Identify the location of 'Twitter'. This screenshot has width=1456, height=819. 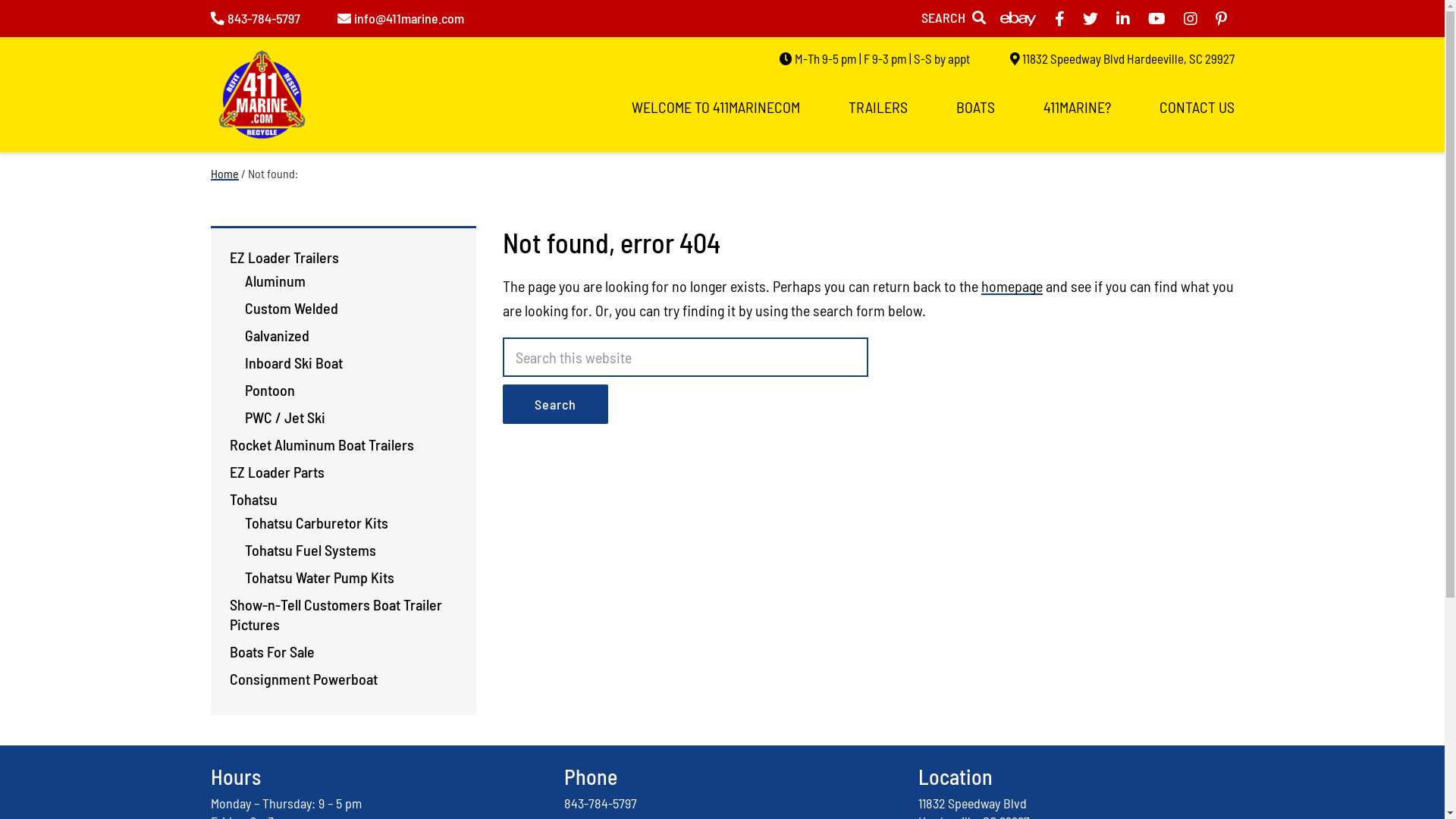
(1090, 18).